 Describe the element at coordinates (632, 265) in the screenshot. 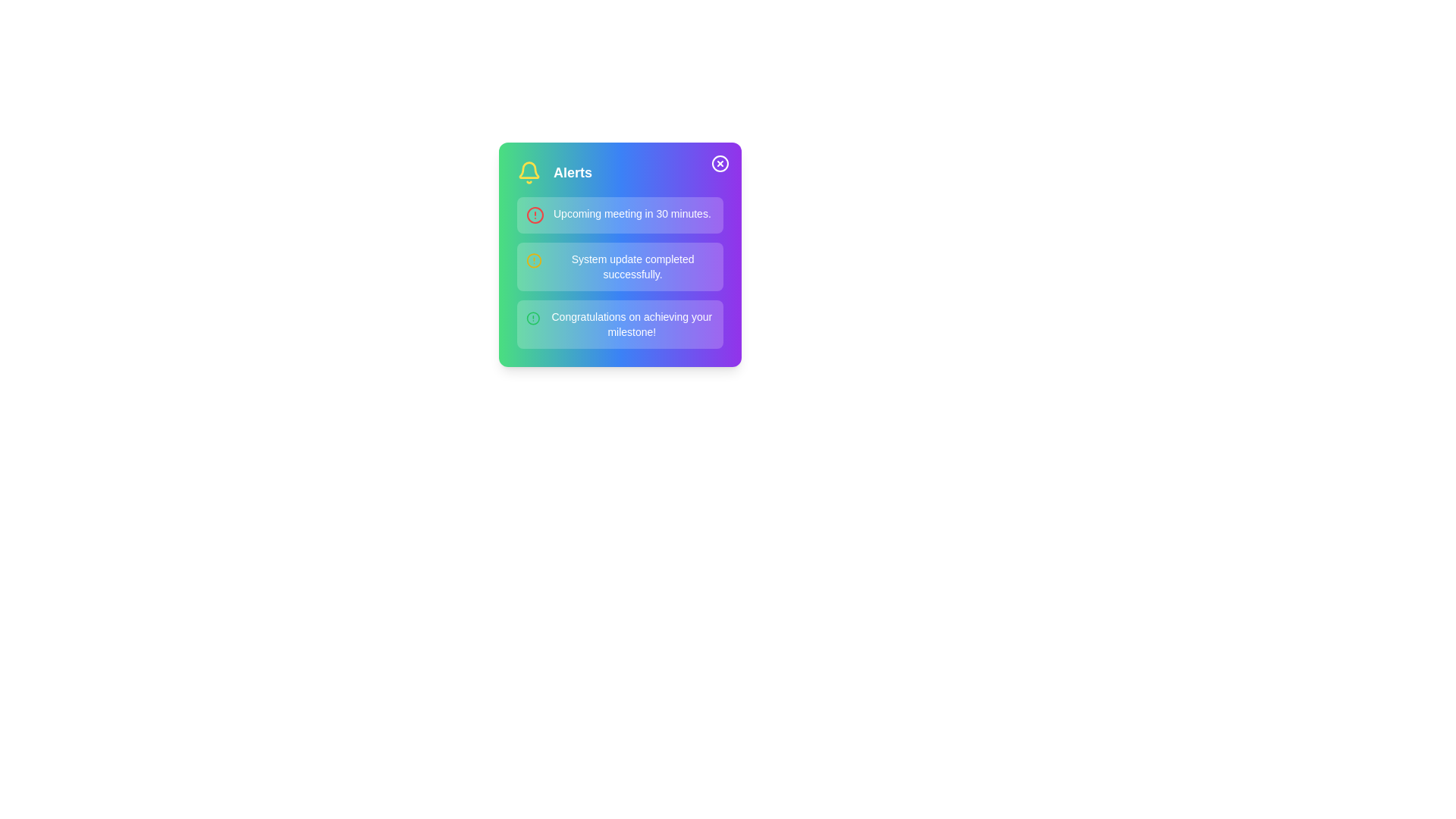

I see `the notification text label that conveys information about the completion of a system update, which is positioned to the right of a yellow circular alert icon in the second item of a vertical list of alerts` at that location.